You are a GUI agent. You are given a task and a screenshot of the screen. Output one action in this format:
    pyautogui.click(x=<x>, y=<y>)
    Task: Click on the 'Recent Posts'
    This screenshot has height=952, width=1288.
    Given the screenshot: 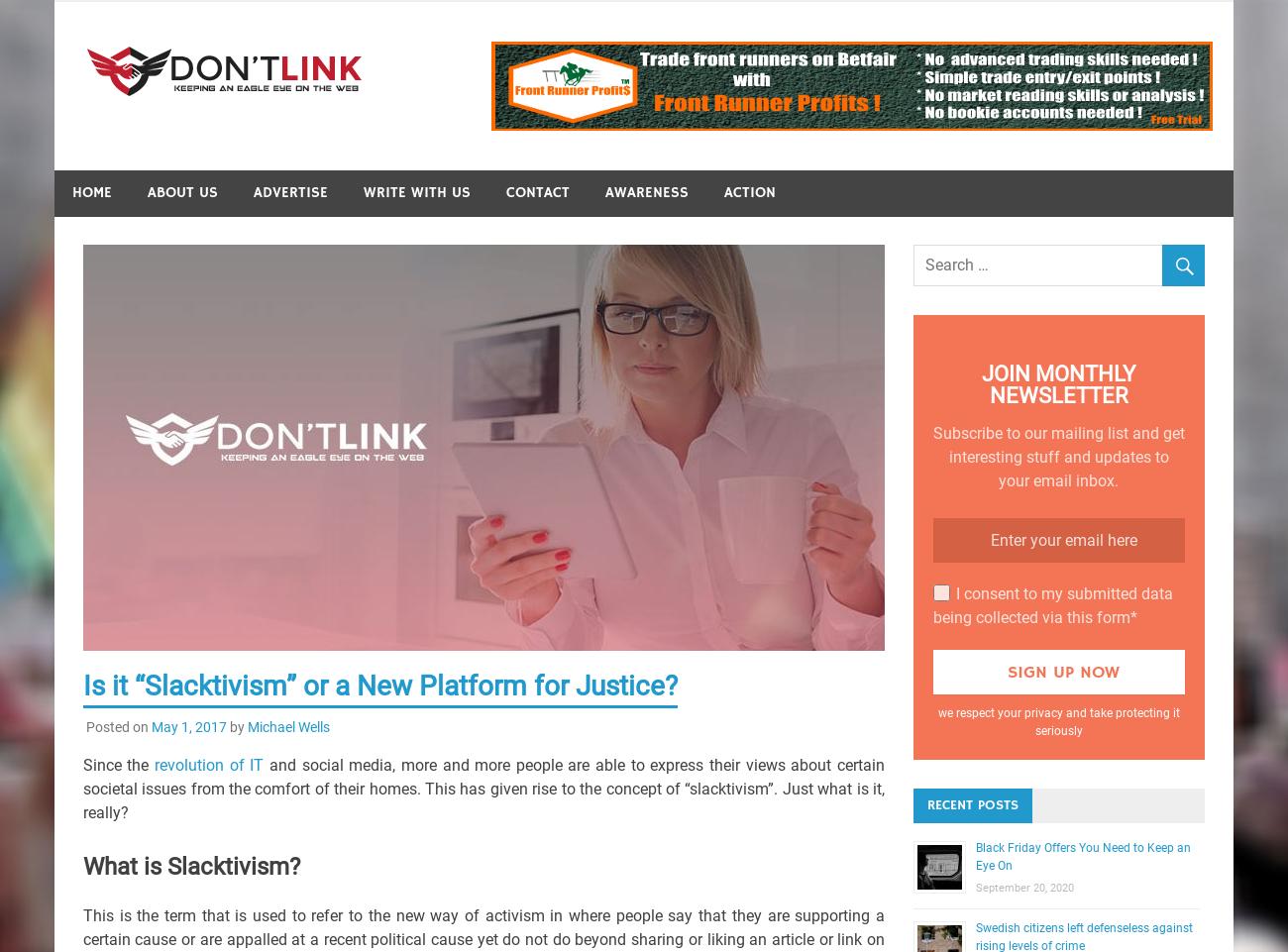 What is the action you would take?
    pyautogui.click(x=970, y=805)
    